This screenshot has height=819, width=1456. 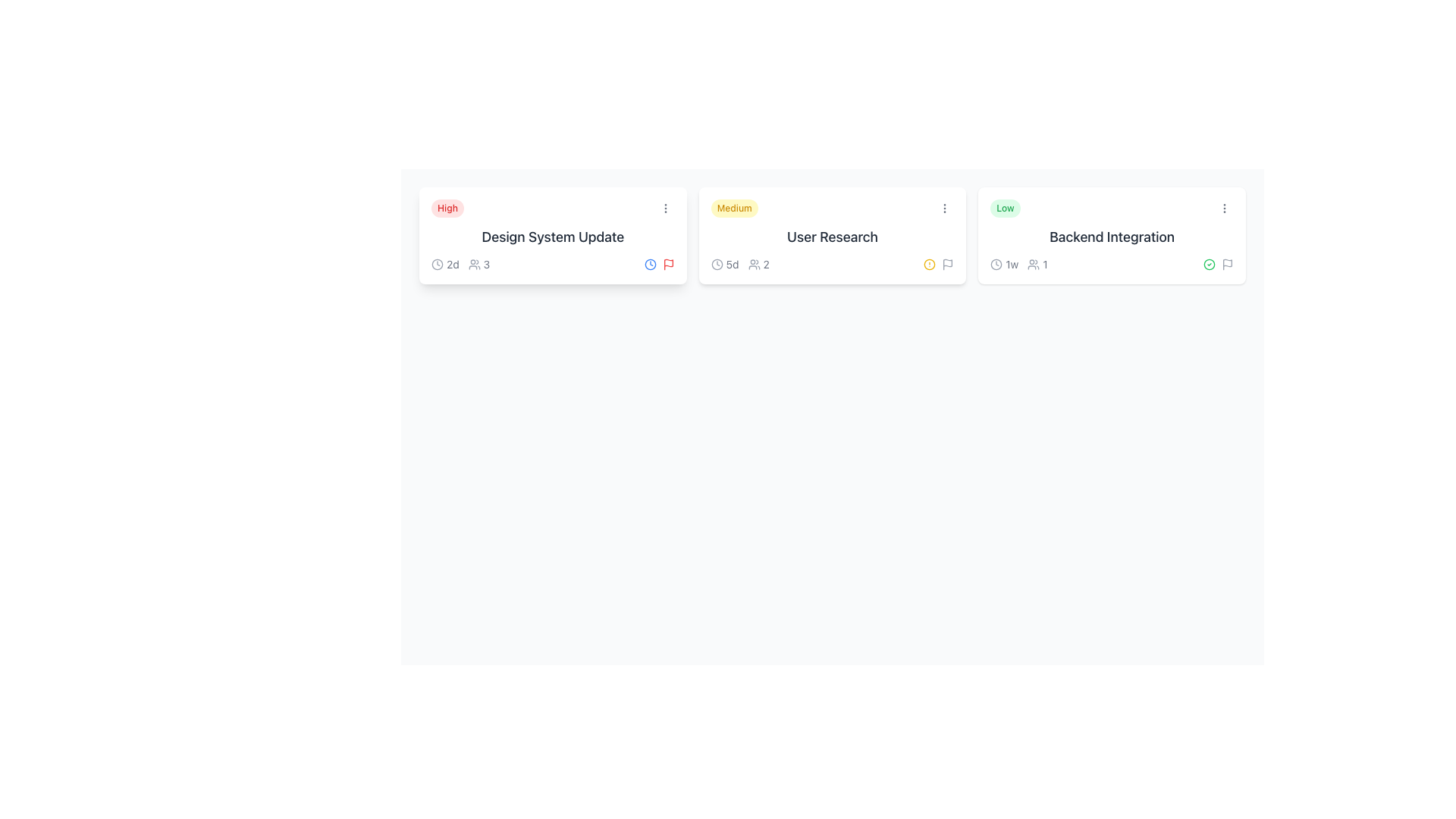 What do you see at coordinates (832, 208) in the screenshot?
I see `the status label 'Medium' on the yellow pill-shaped background of the status indicator located at the top section of the 'User Research' card` at bounding box center [832, 208].